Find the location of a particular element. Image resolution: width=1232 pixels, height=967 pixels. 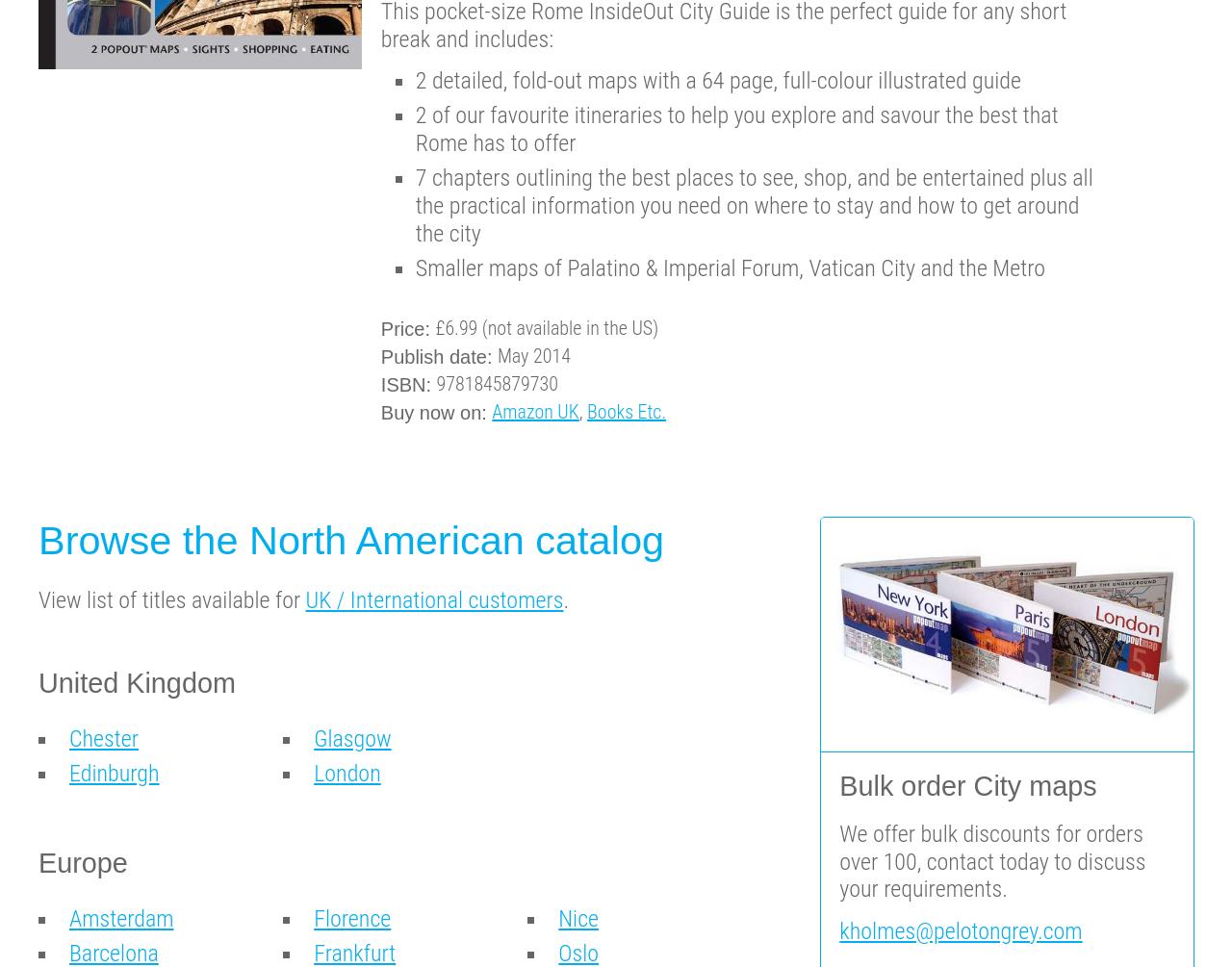

'Publish date' is located at coordinates (432, 357).